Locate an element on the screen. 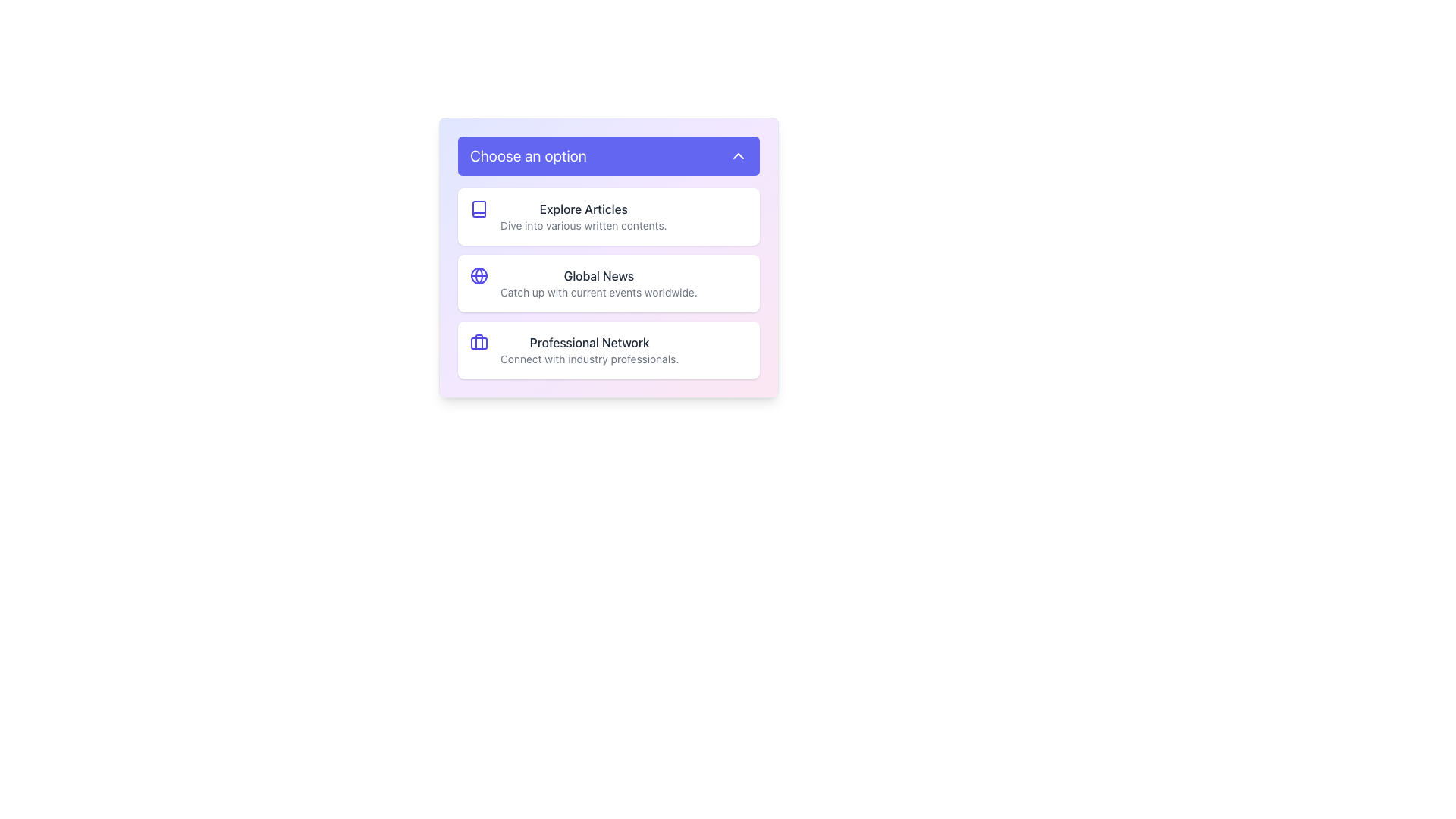 Image resolution: width=1456 pixels, height=819 pixels. the blue book icon located to the left of the text 'Explore Articles' is located at coordinates (479, 209).